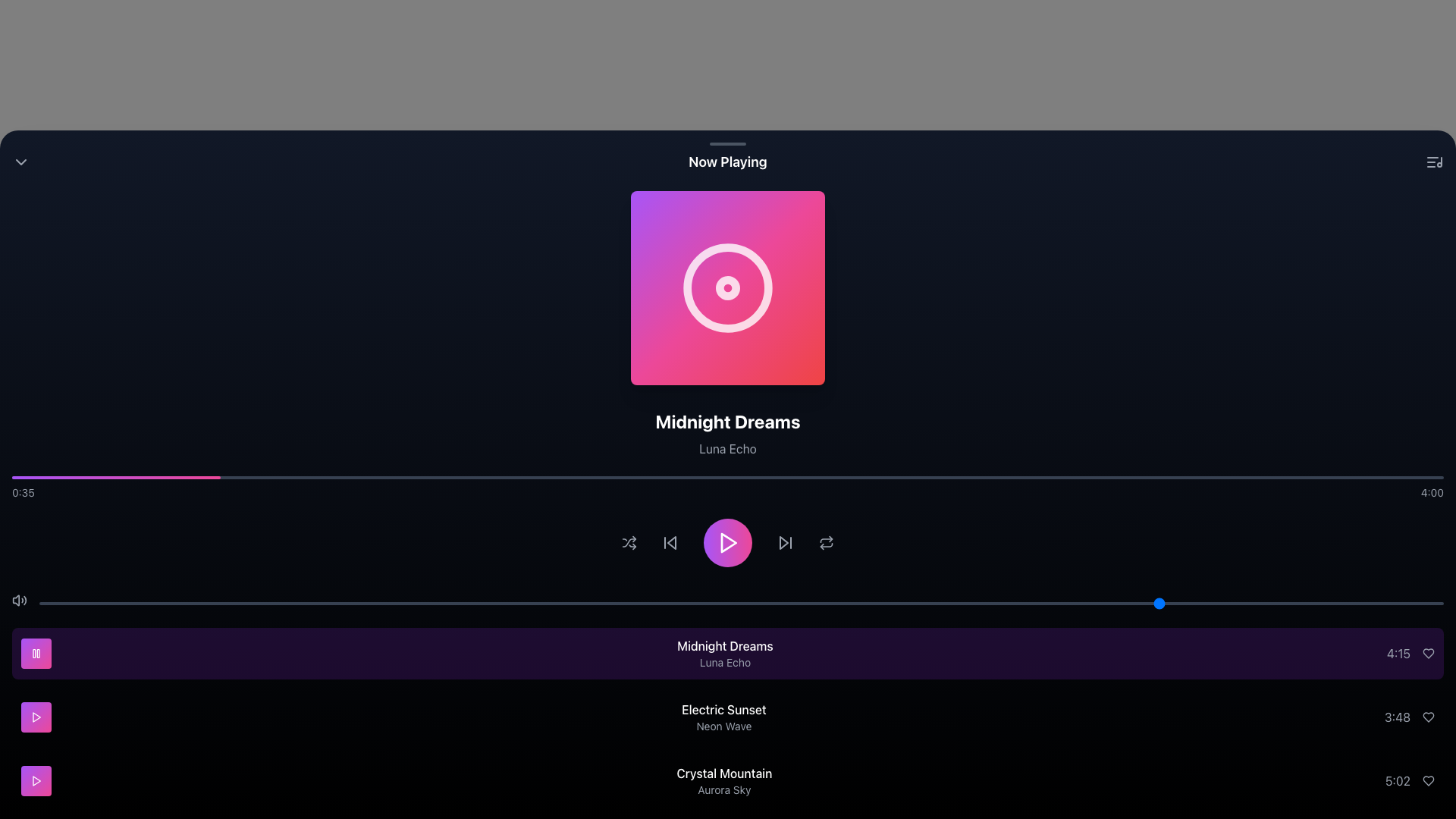  Describe the element at coordinates (1427, 717) in the screenshot. I see `the heart icon on the right side of the row containing the song 'Electric Sunset' to mark it as a favorite` at that location.